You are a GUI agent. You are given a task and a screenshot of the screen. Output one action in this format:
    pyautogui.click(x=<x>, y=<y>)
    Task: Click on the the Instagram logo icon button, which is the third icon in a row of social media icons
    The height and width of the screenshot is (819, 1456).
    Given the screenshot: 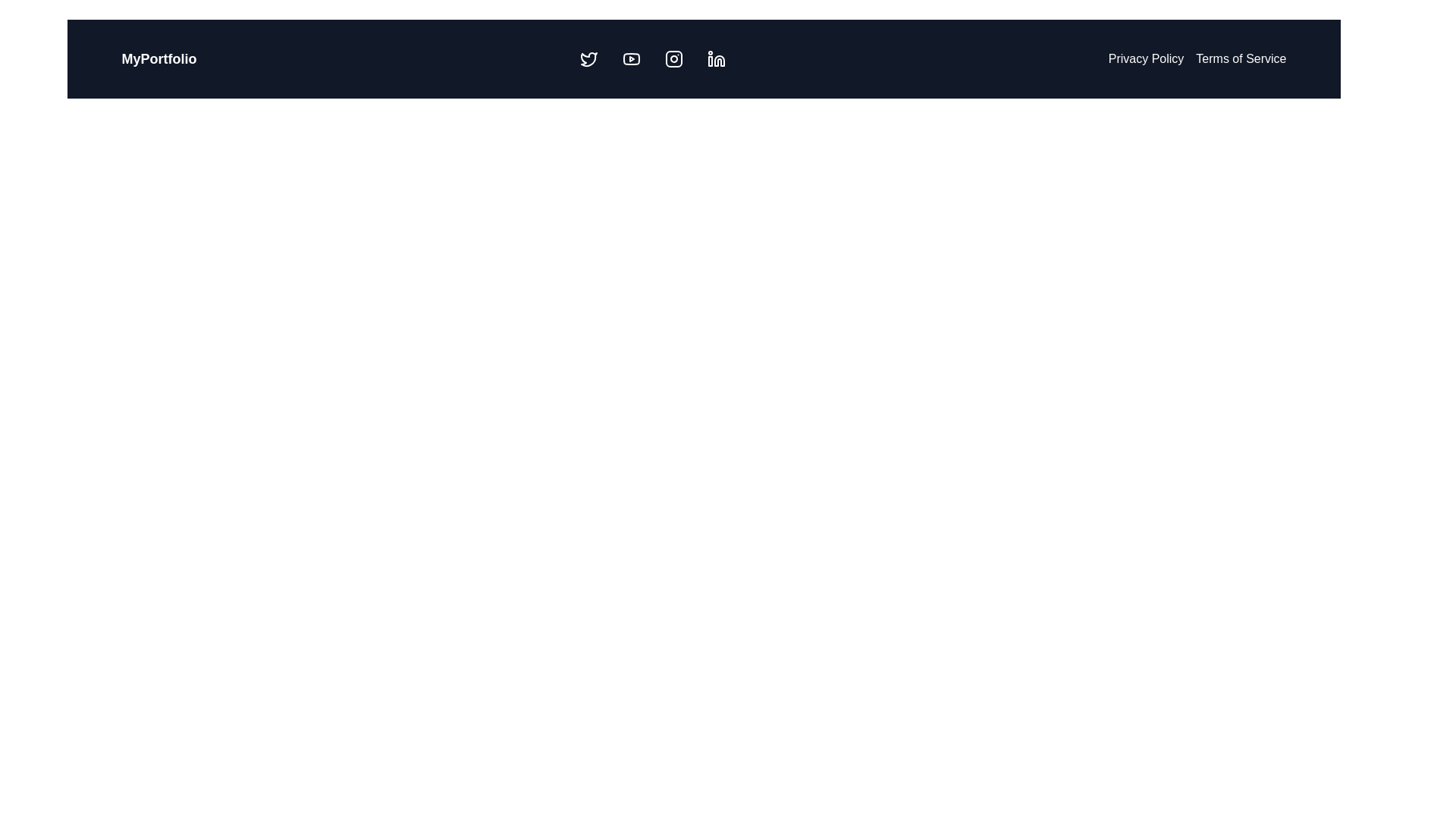 What is the action you would take?
    pyautogui.click(x=673, y=58)
    